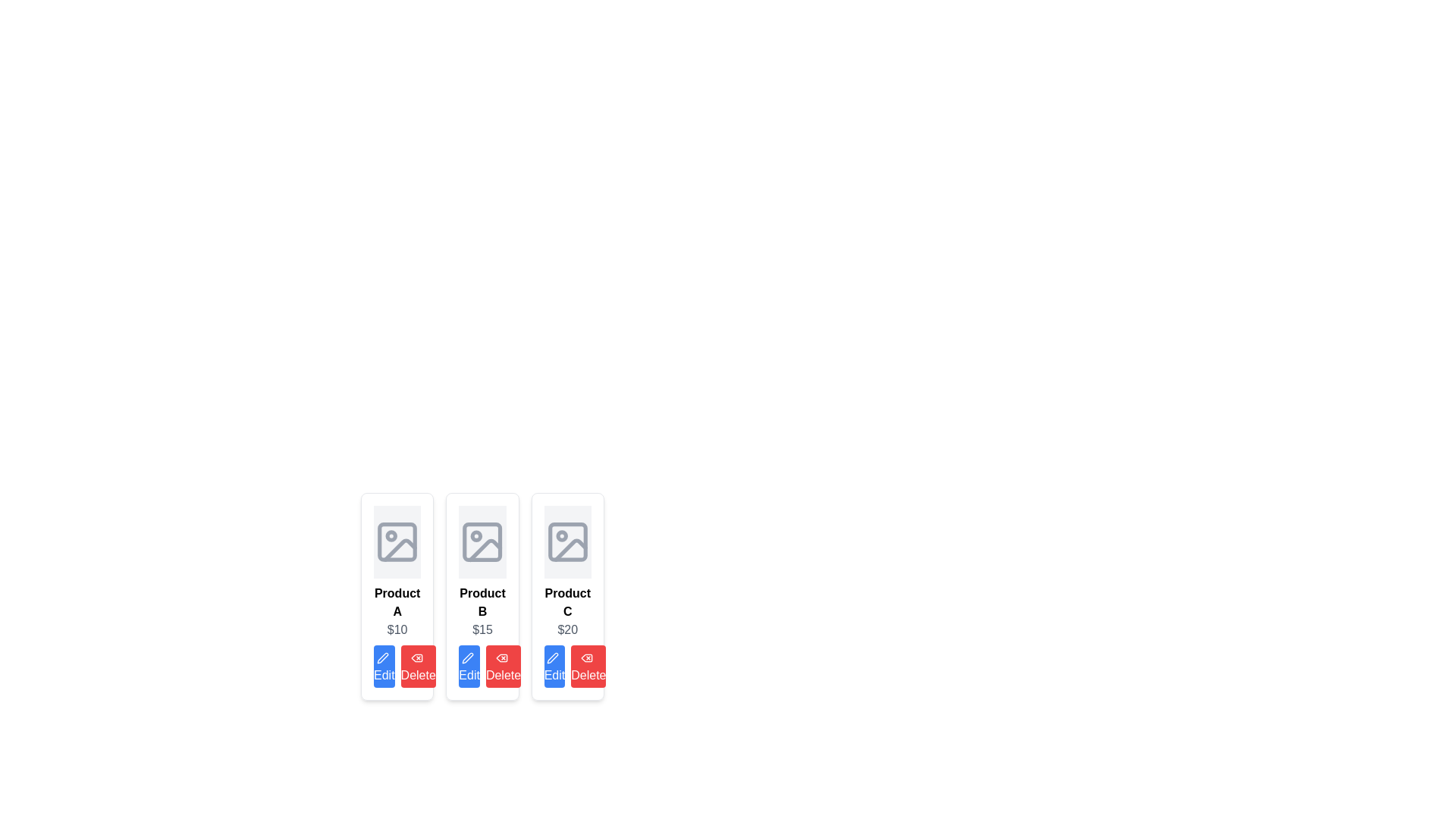 The width and height of the screenshot is (1456, 819). I want to click on the pen icon embedded within the 'Edit' button for 'Product B', which is styled in blue and located at the bottom of the product card, so click(467, 657).